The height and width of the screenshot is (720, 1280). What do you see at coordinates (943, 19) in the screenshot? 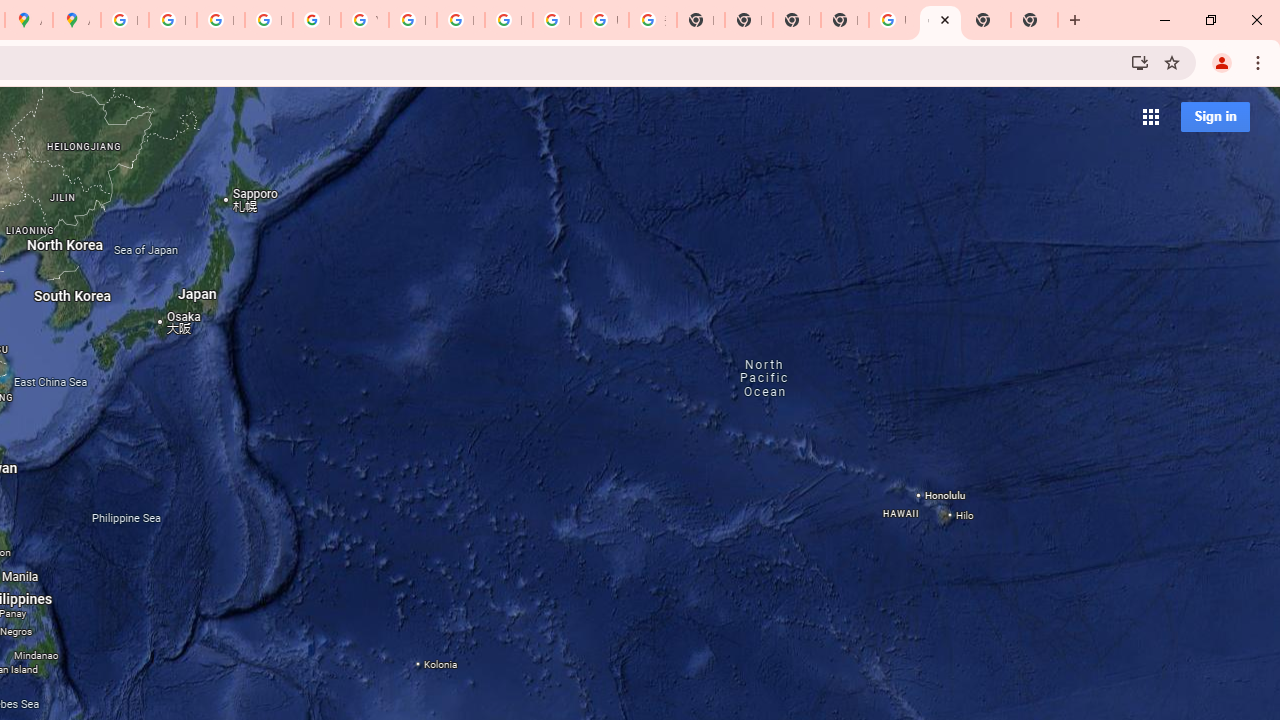
I see `'Close'` at bounding box center [943, 19].